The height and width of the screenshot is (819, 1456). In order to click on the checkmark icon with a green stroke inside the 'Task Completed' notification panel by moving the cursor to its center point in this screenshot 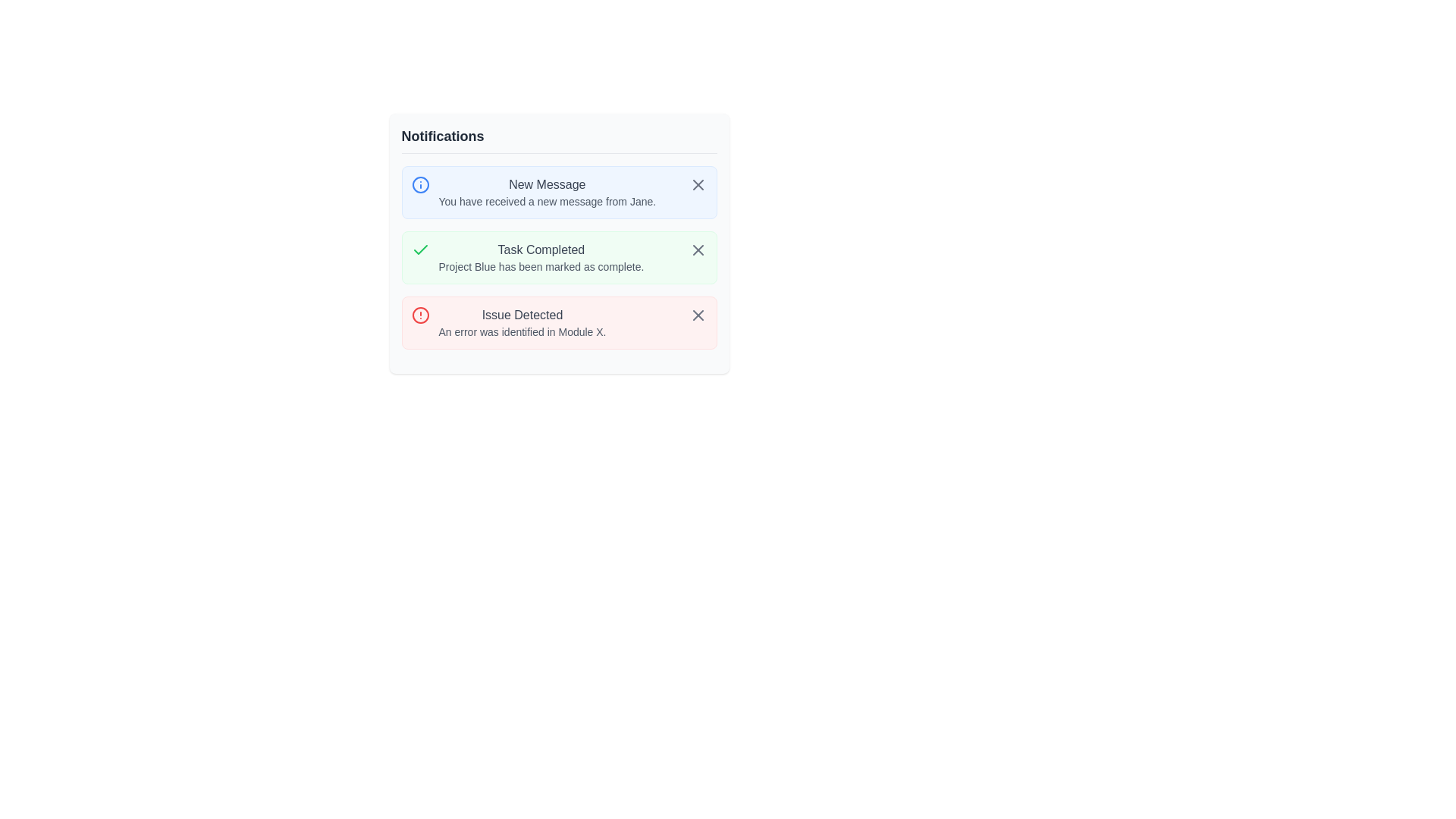, I will do `click(420, 249)`.